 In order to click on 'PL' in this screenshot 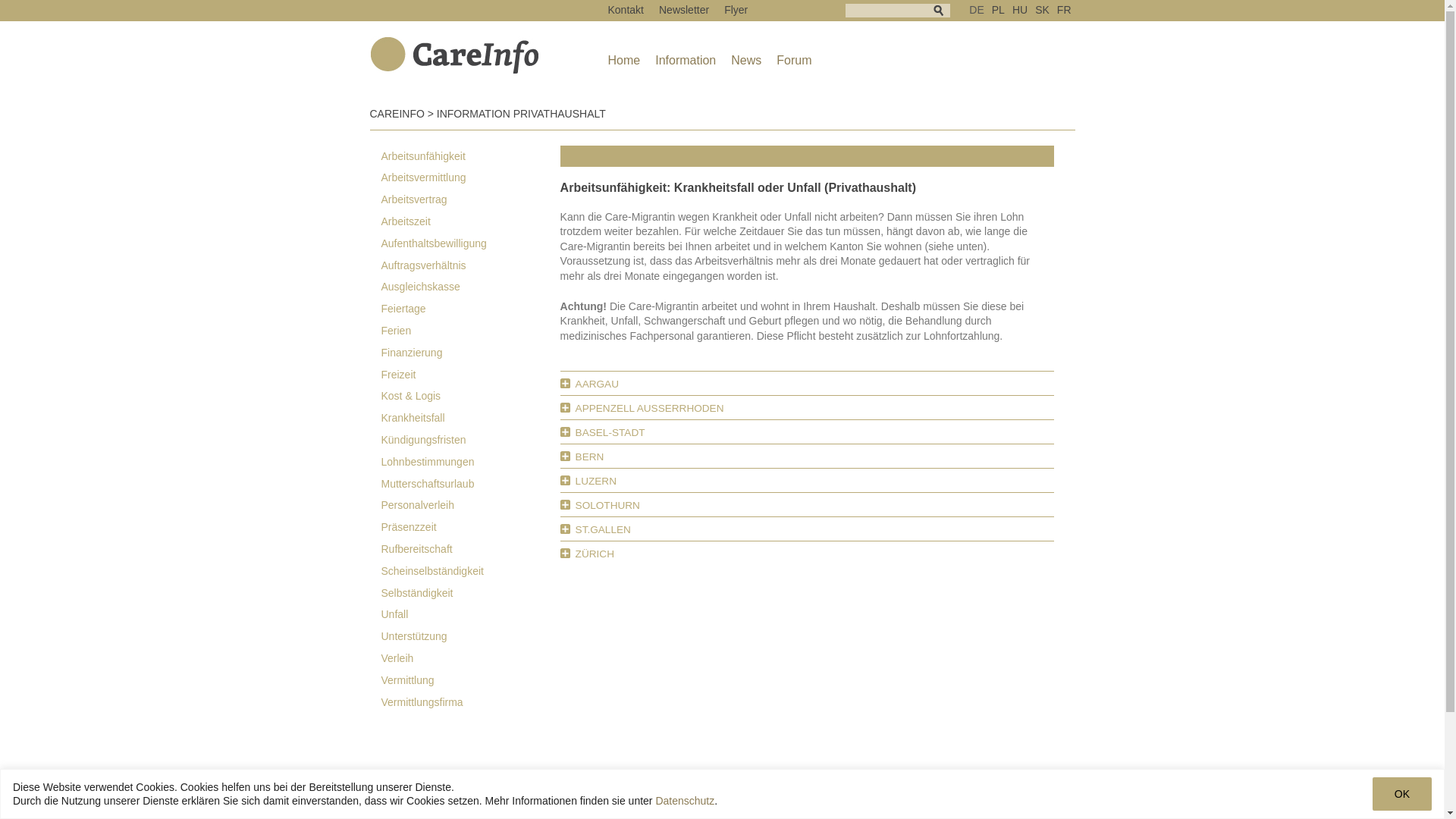, I will do `click(998, 9)`.